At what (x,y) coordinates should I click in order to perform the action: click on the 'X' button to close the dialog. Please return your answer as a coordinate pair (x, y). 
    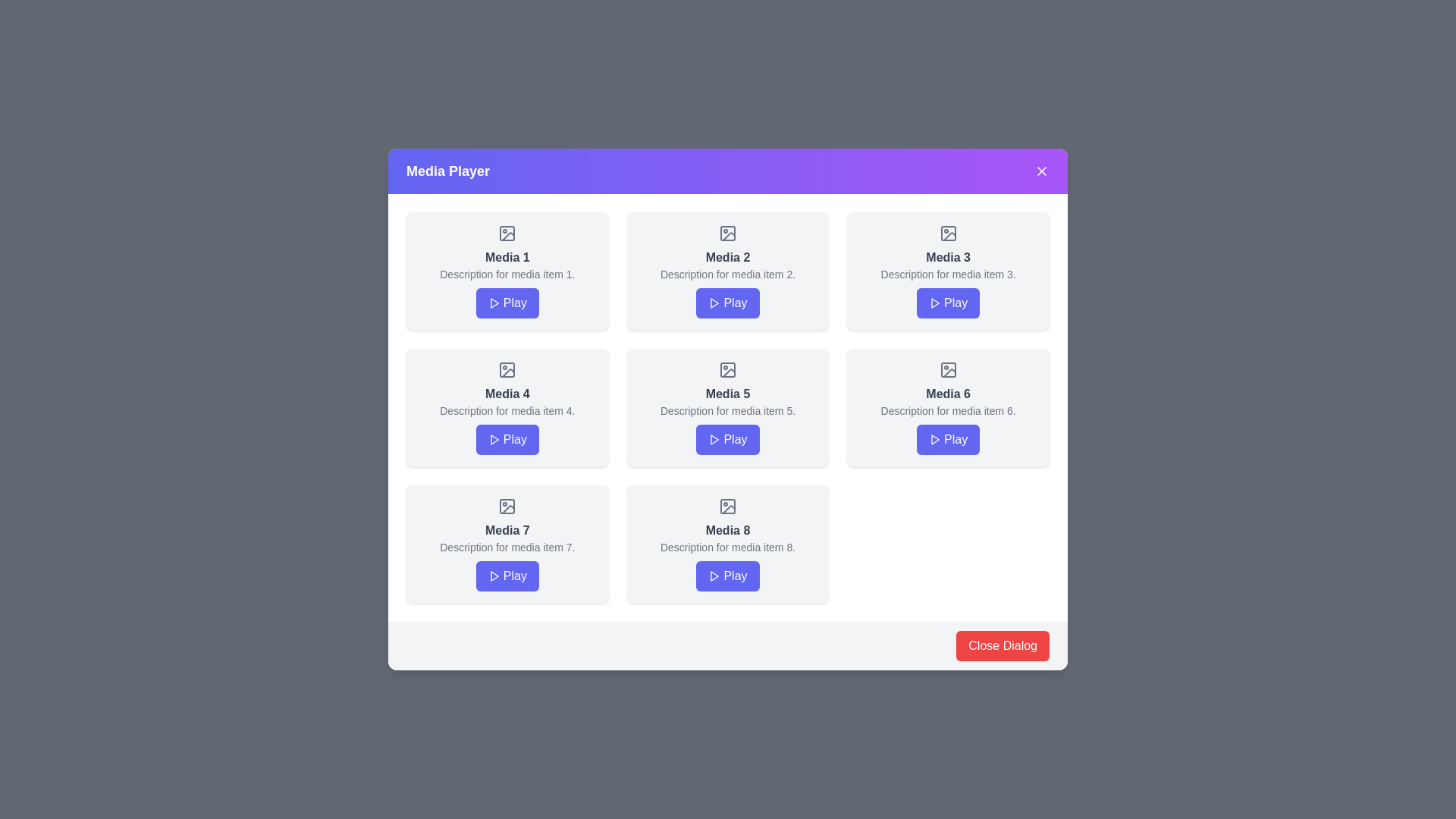
    Looking at the image, I should click on (1040, 171).